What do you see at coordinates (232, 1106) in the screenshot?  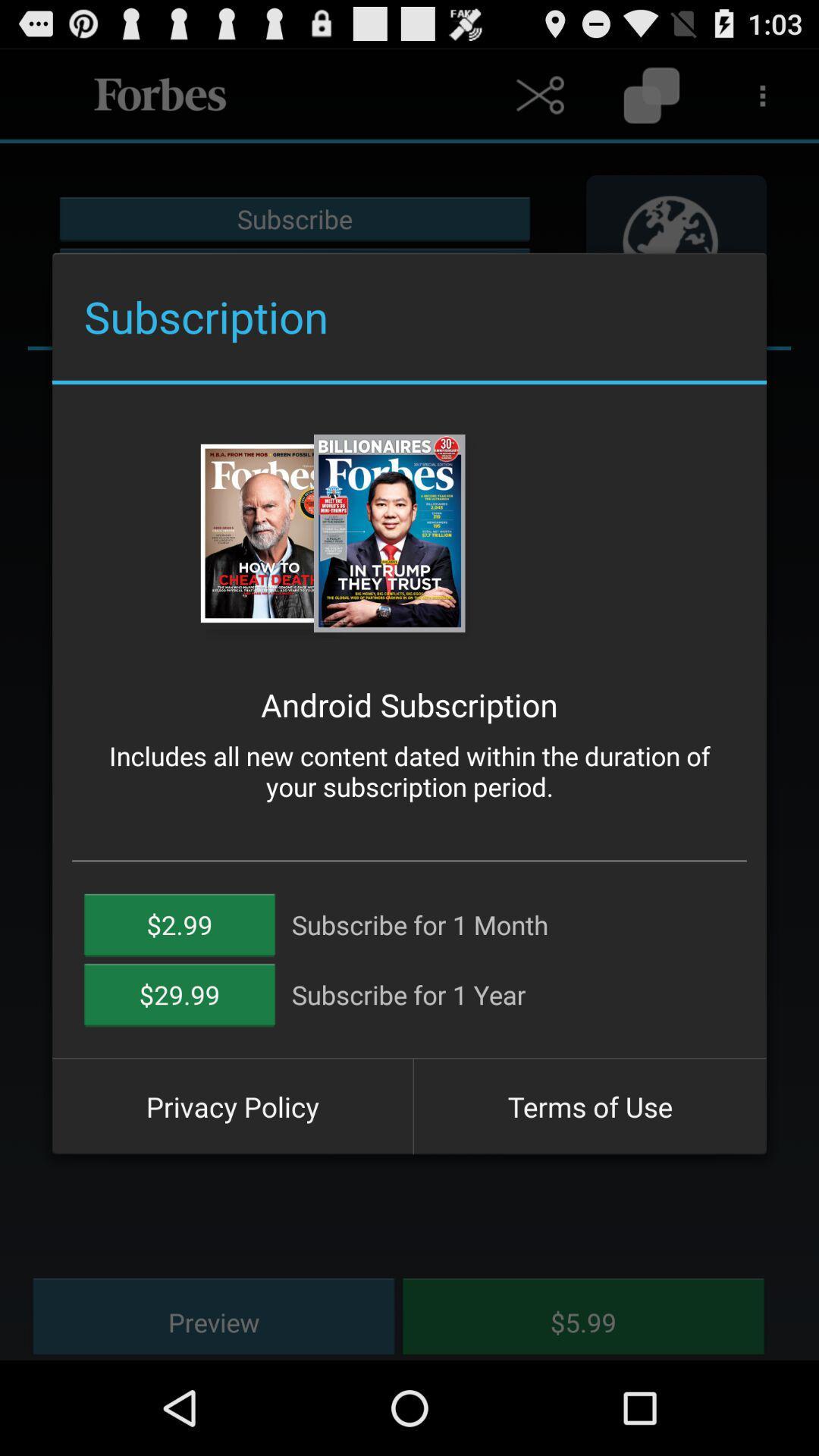 I see `button to the left of the terms of use icon` at bounding box center [232, 1106].